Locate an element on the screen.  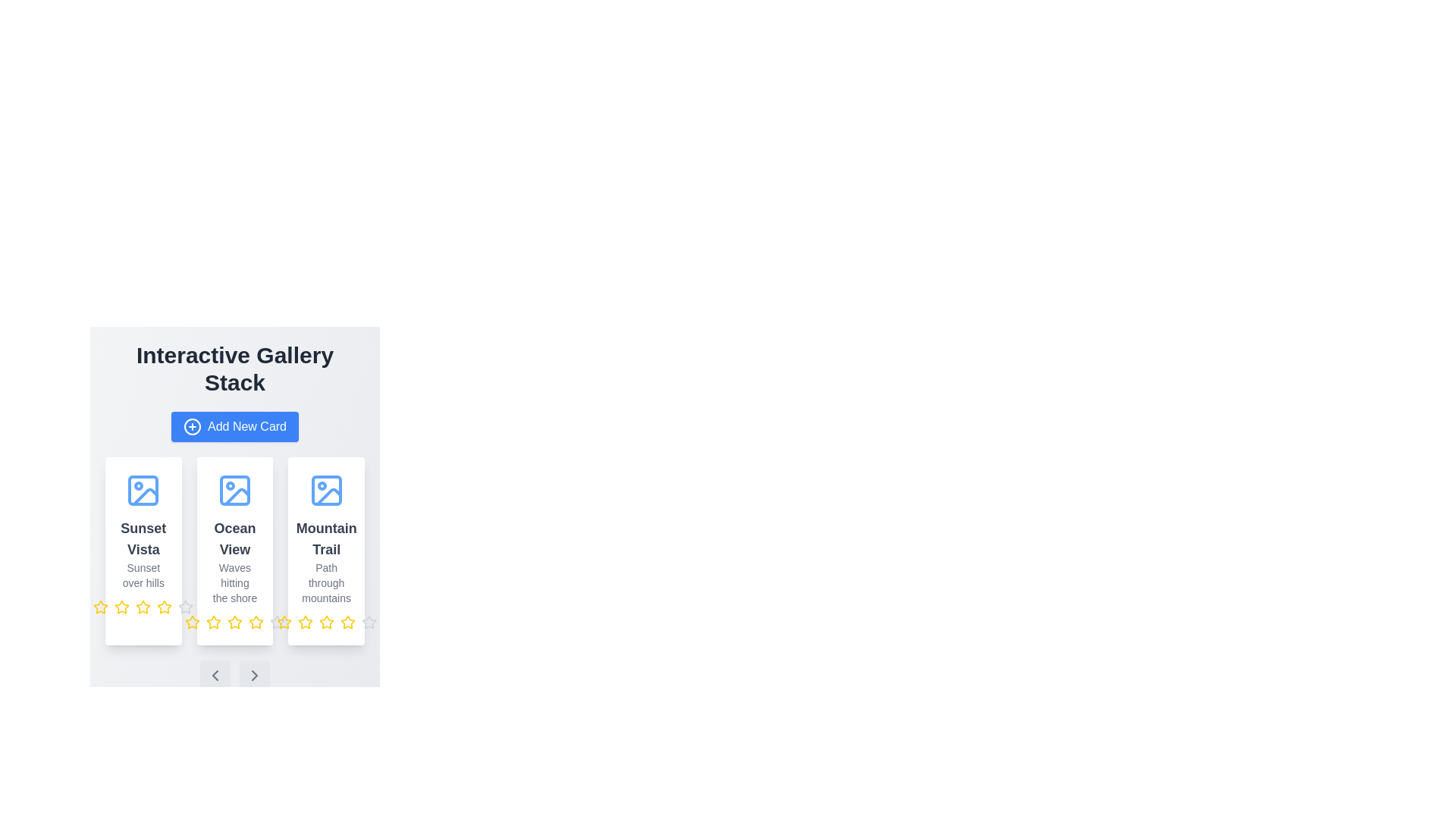
the static descriptive text element located under the 'Ocean View' title and above the star rating icons in the second card of the card group is located at coordinates (234, 582).